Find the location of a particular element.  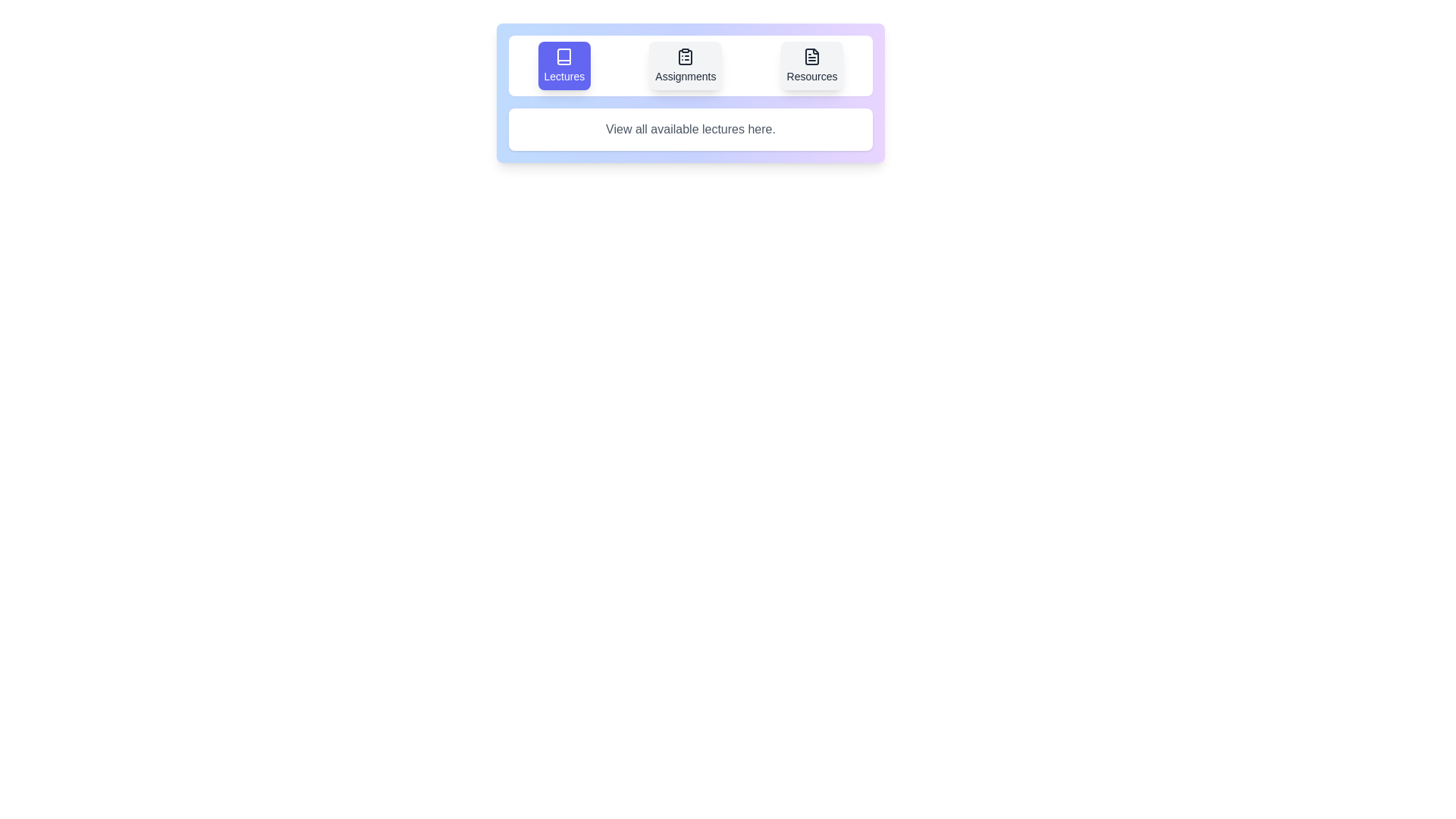

the Assignments tab to trigger its hover effect is located at coordinates (685, 65).